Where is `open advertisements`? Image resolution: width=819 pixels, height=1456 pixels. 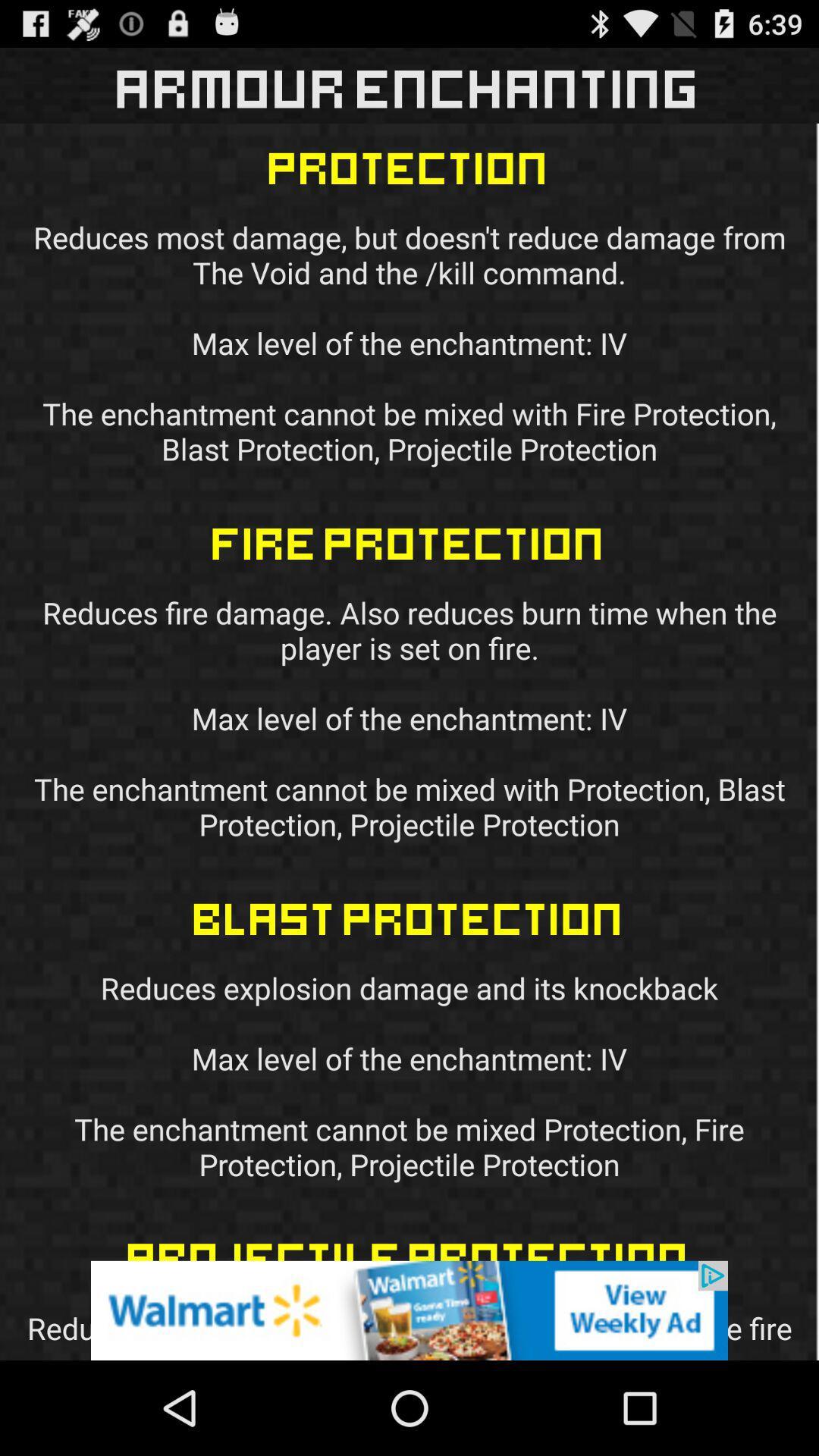 open advertisements is located at coordinates (409, 1310).